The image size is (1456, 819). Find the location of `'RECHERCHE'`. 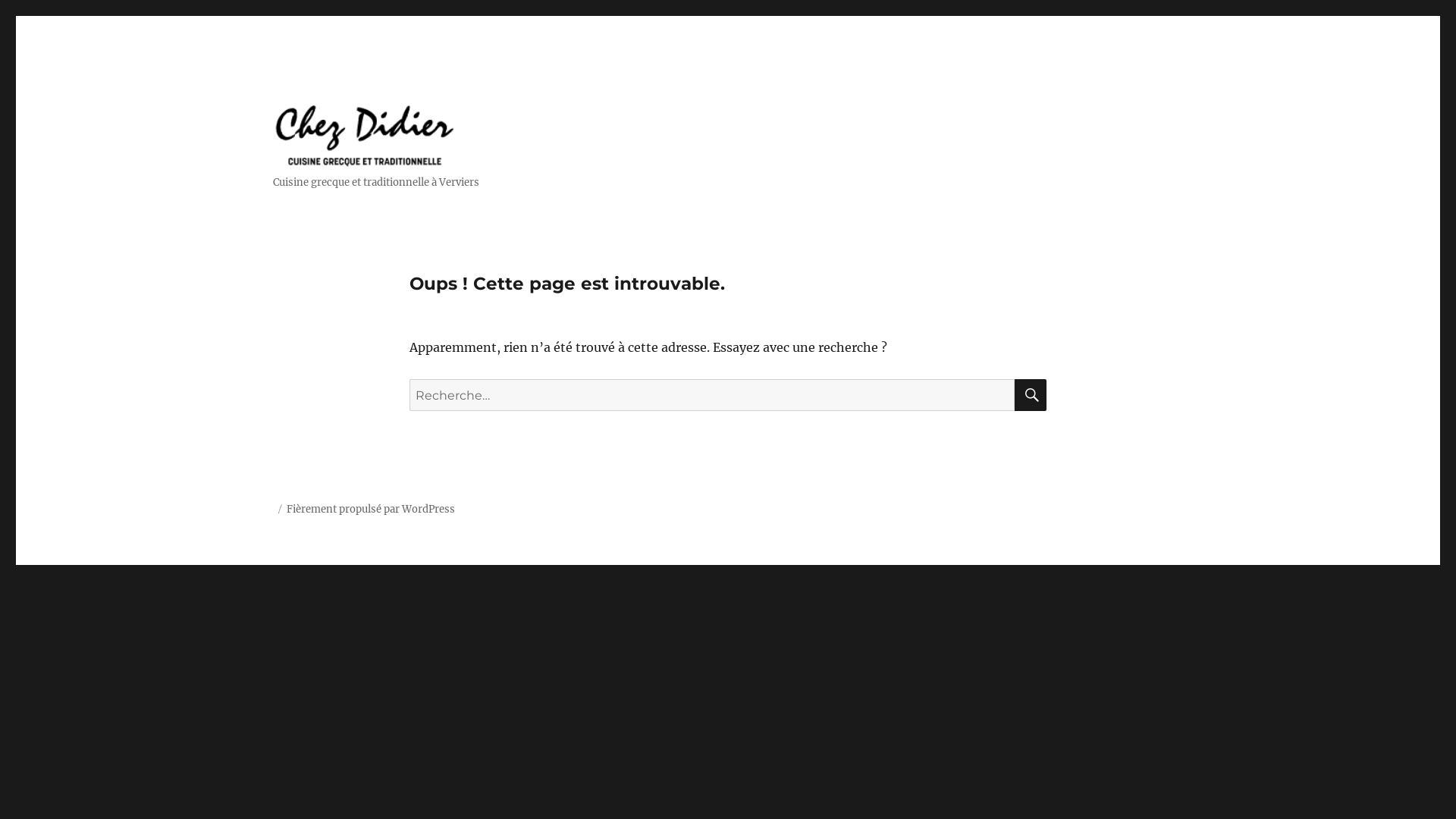

'RECHERCHE' is located at coordinates (1030, 394).